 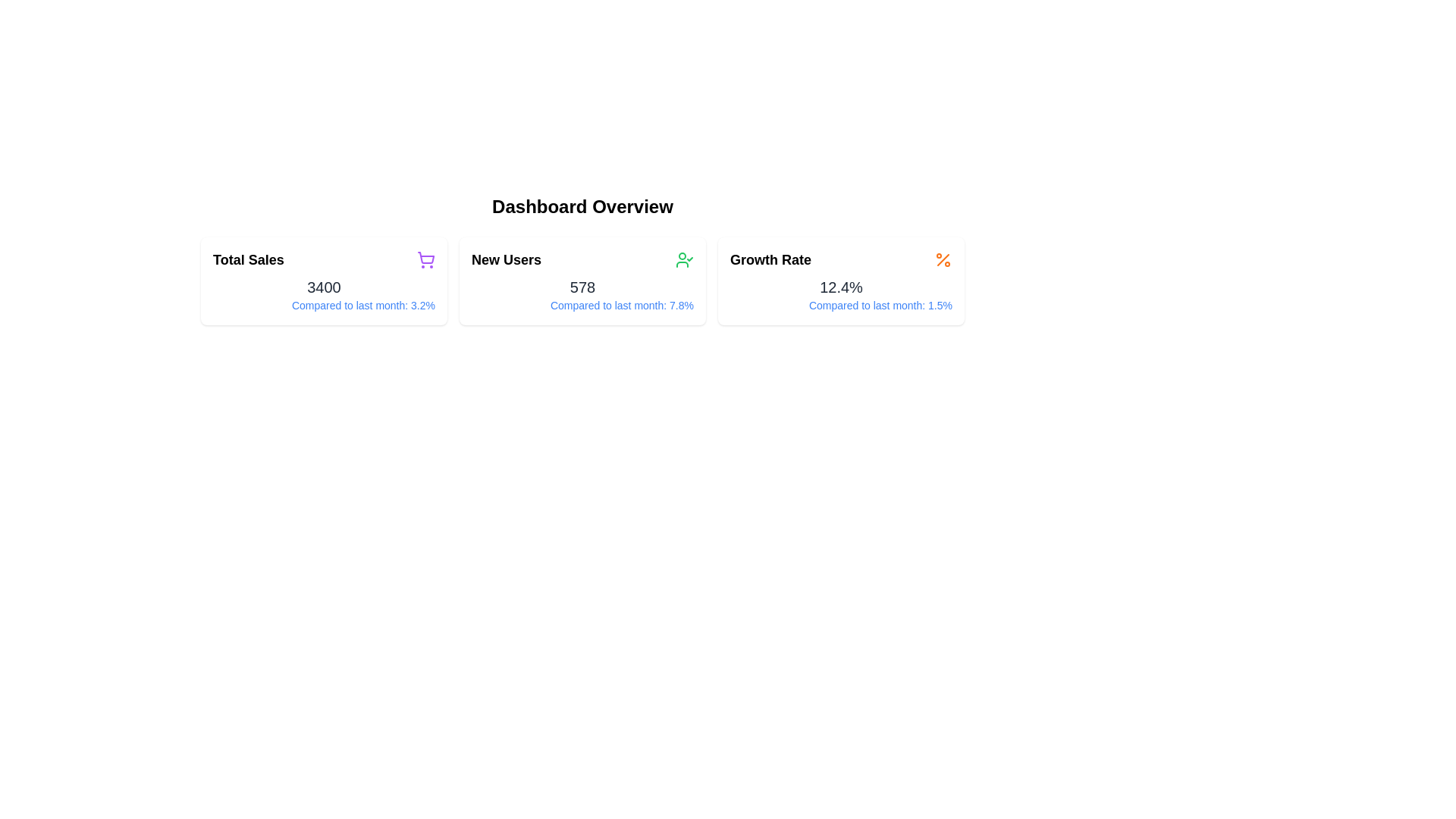 What do you see at coordinates (248, 259) in the screenshot?
I see `the 'Total Sales' text label which serves as a header indicating the data category in the dashboard` at bounding box center [248, 259].